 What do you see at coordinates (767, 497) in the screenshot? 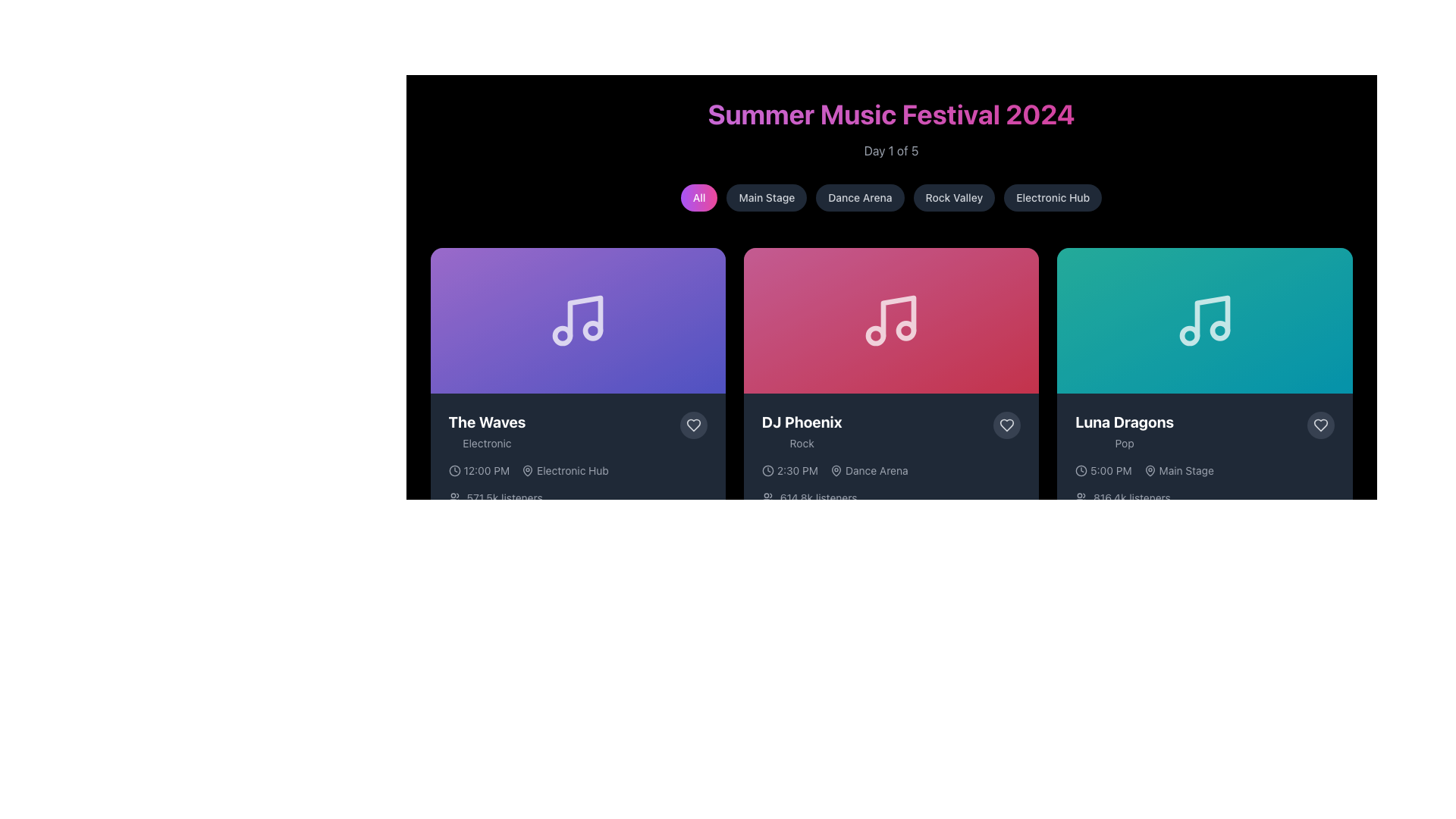
I see `the SVG icon resembling a group of users, located to the left of the '614.8k listeners' text` at bounding box center [767, 497].